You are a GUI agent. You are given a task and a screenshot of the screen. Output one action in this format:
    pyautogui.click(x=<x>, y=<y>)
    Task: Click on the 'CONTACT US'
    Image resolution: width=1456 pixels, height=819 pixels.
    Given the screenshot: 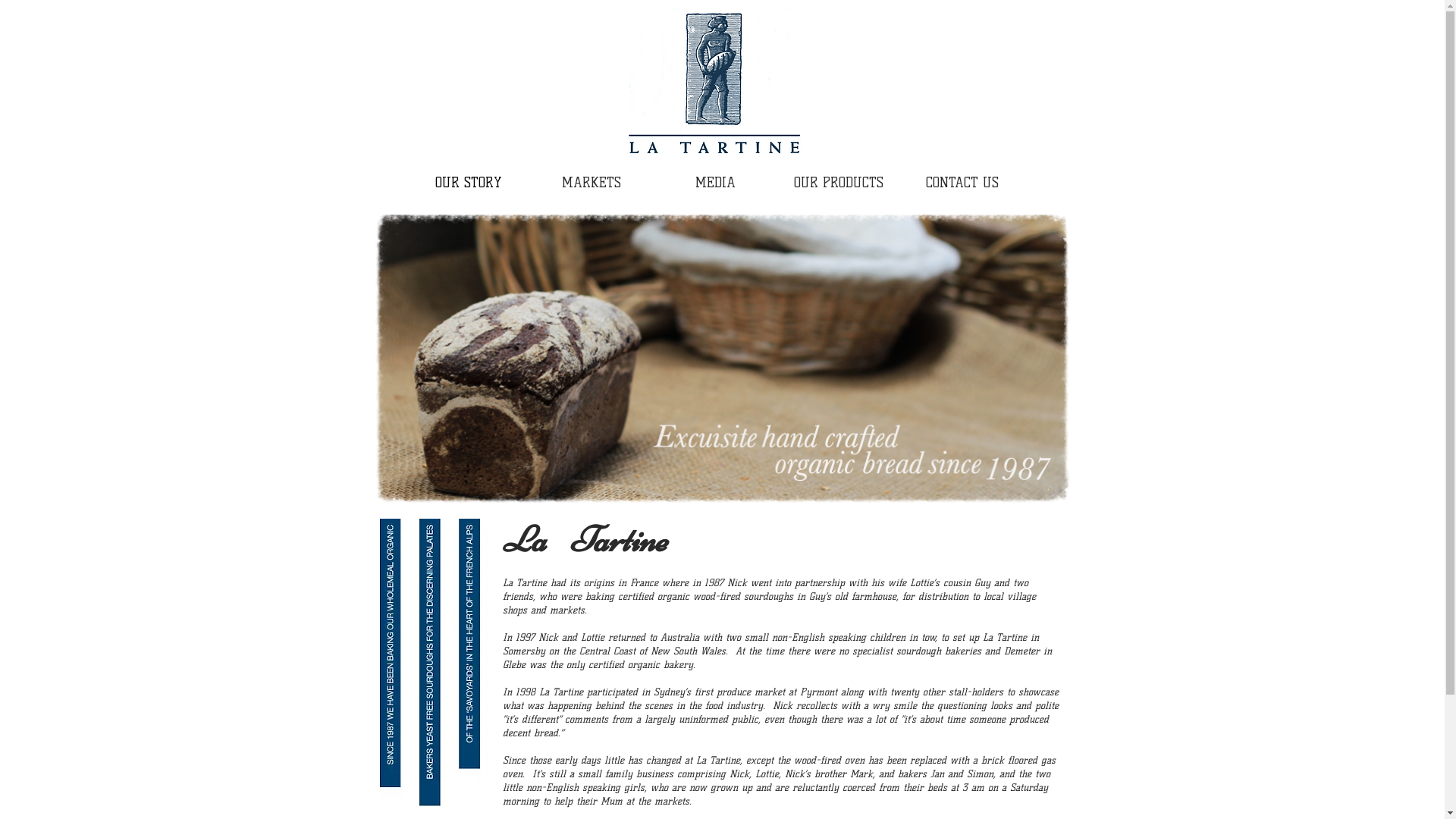 What is the action you would take?
    pyautogui.click(x=962, y=182)
    